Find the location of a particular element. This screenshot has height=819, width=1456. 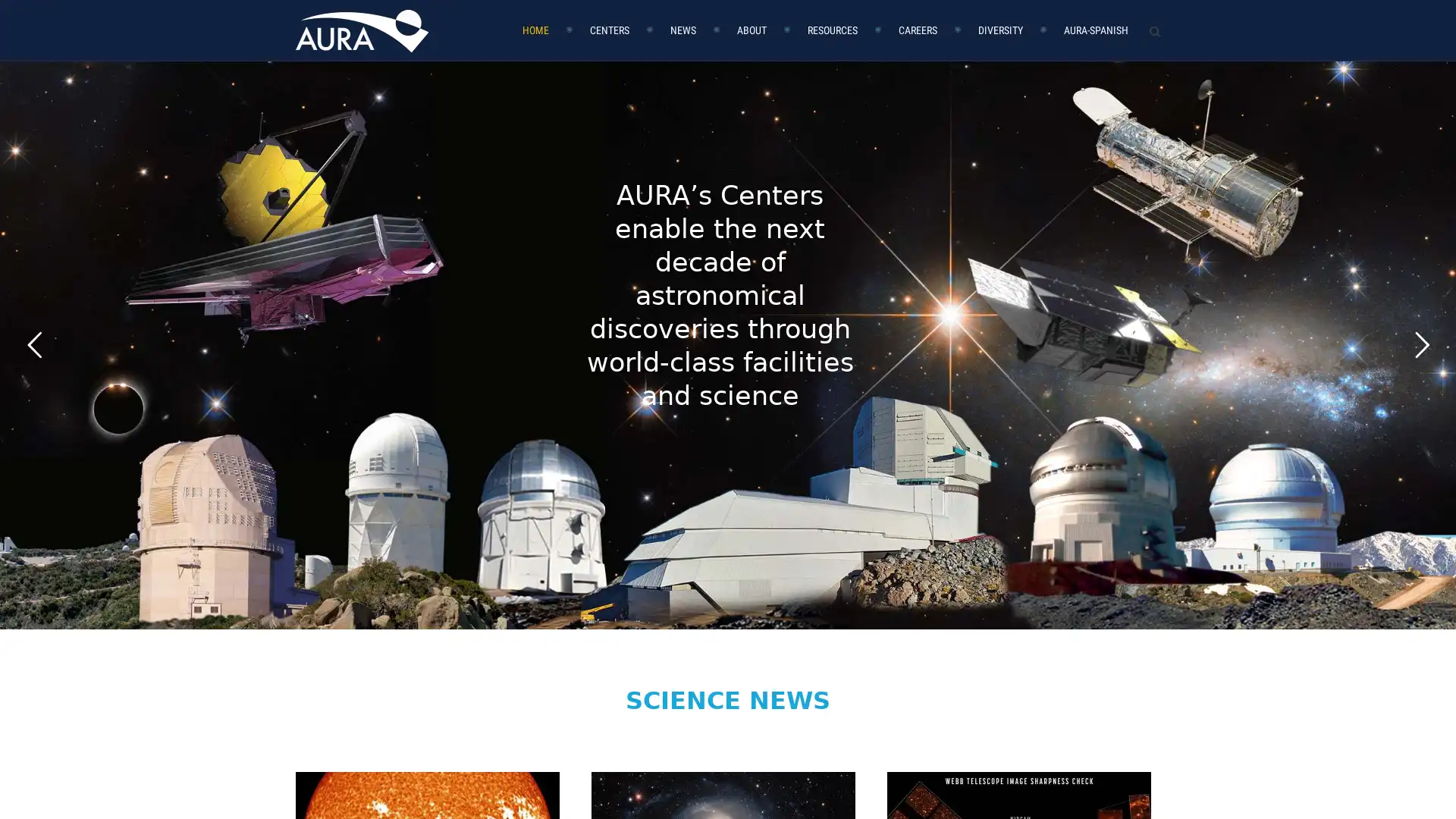

Search... is located at coordinates (1140, 43).